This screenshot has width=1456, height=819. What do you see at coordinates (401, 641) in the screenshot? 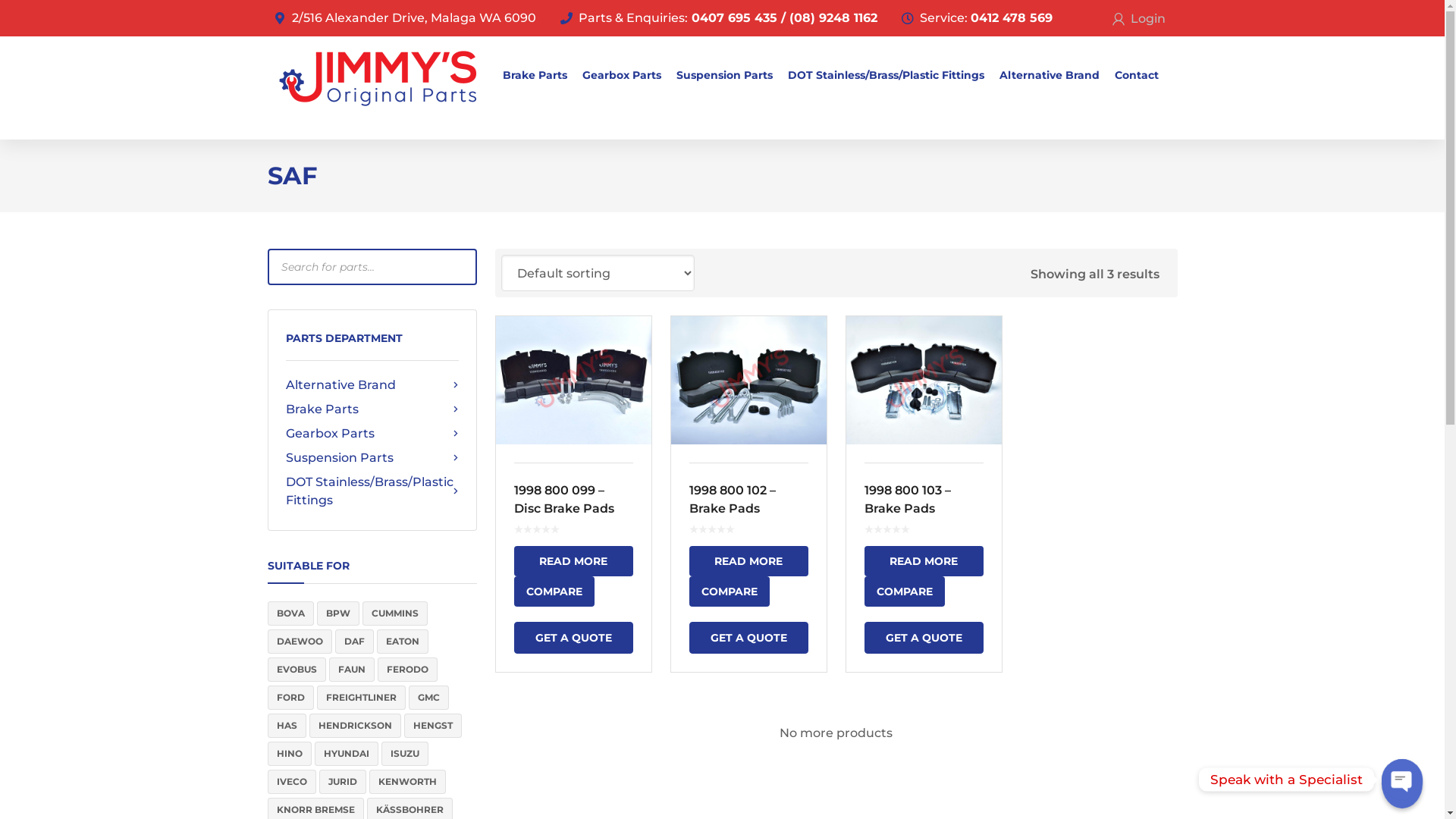
I see `'EATON'` at bounding box center [401, 641].